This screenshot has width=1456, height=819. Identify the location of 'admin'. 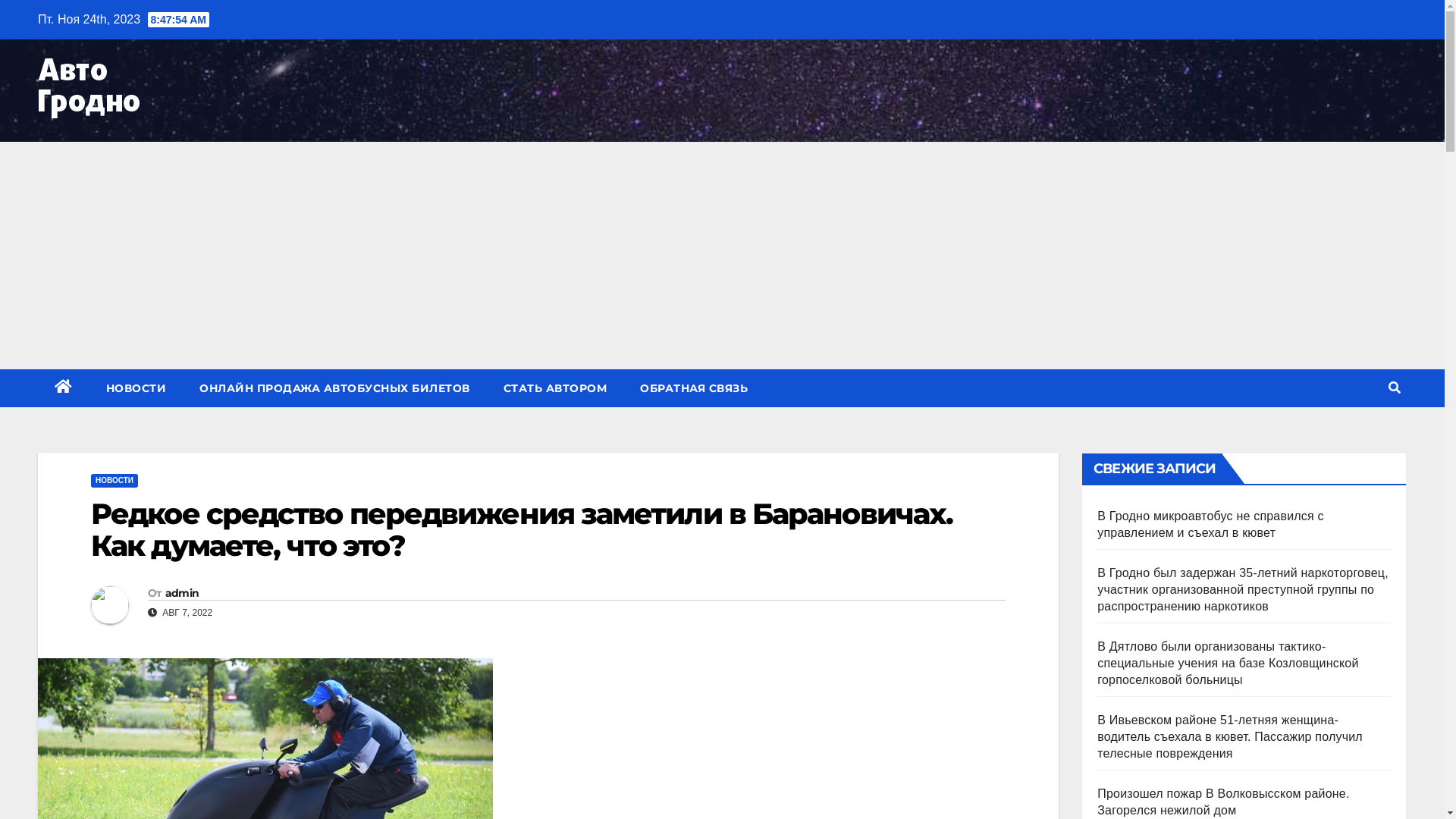
(182, 592).